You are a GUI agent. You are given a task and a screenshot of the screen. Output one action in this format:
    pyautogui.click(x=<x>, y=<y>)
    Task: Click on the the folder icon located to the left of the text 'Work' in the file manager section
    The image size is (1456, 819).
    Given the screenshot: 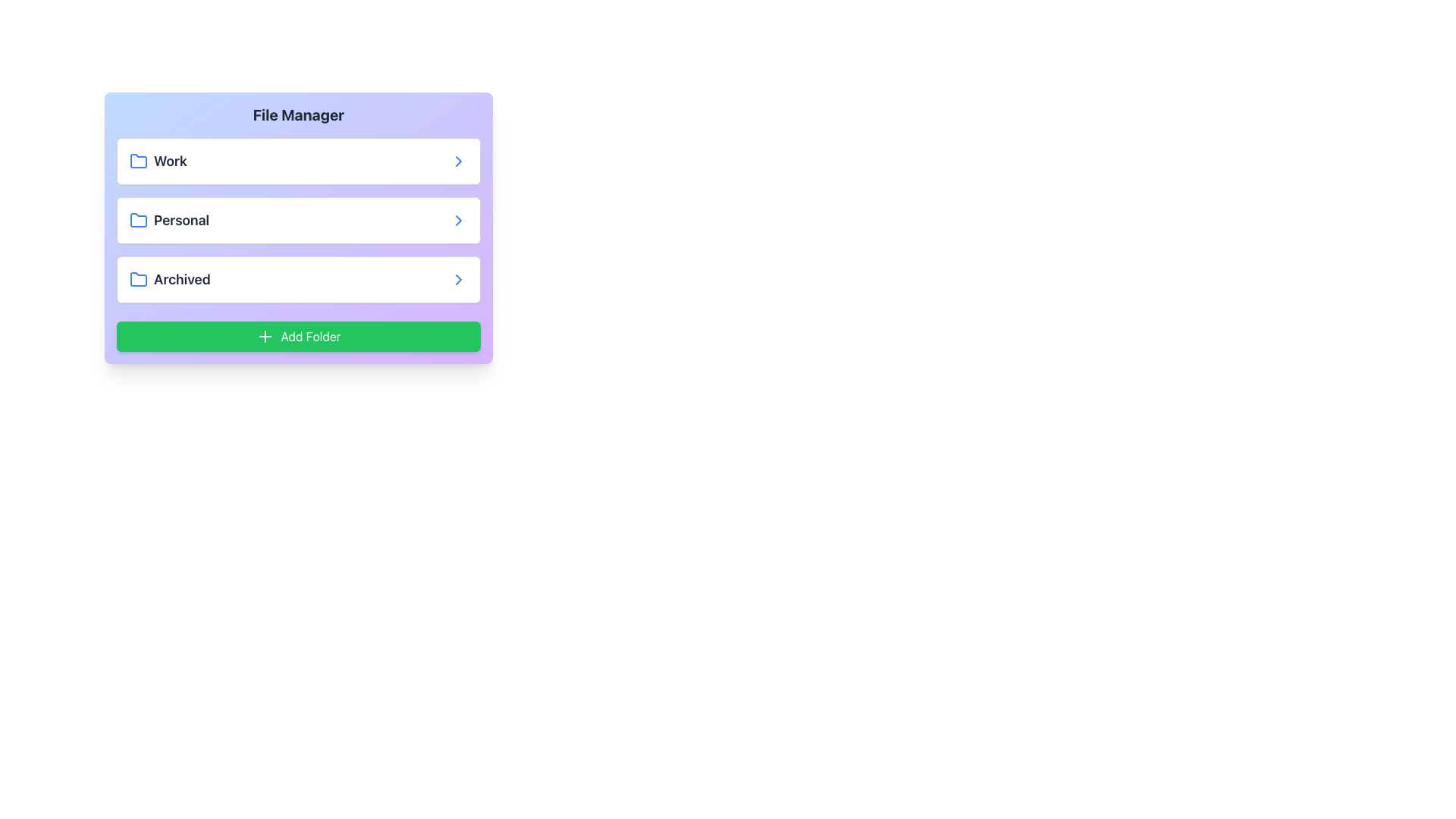 What is the action you would take?
    pyautogui.click(x=138, y=161)
    